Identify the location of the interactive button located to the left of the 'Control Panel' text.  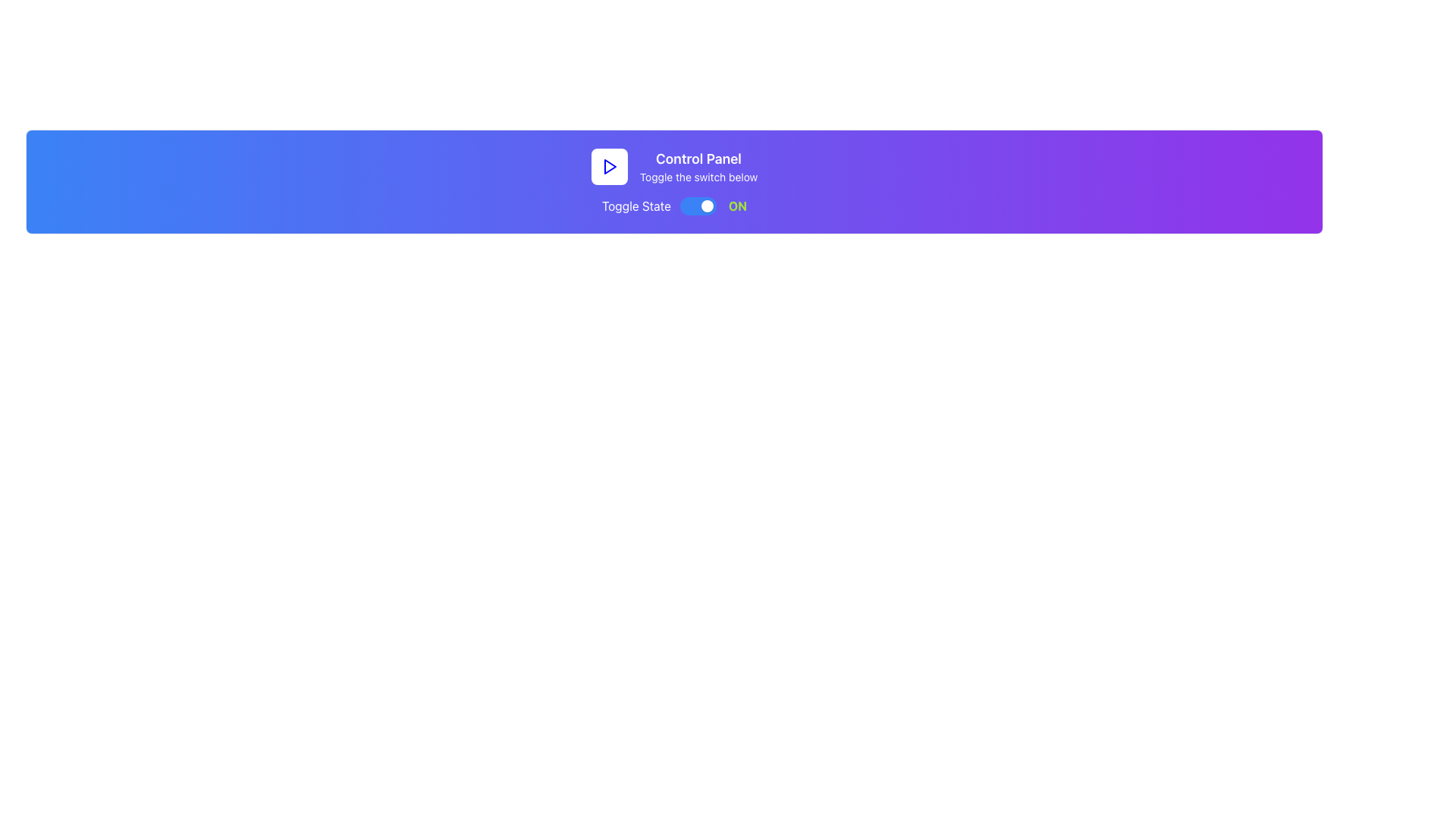
(609, 166).